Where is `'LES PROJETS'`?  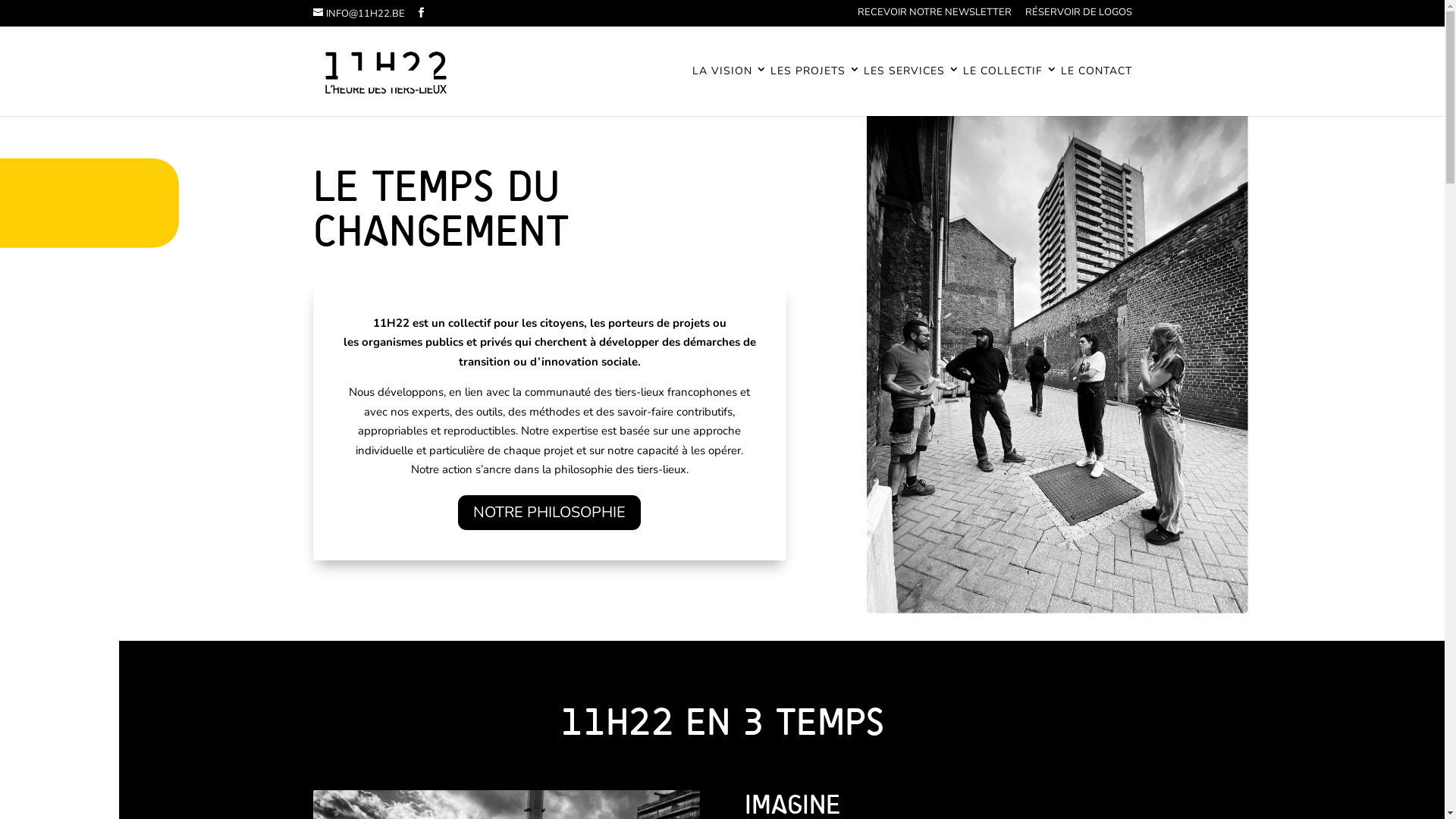
'LES PROJETS' is located at coordinates (814, 90).